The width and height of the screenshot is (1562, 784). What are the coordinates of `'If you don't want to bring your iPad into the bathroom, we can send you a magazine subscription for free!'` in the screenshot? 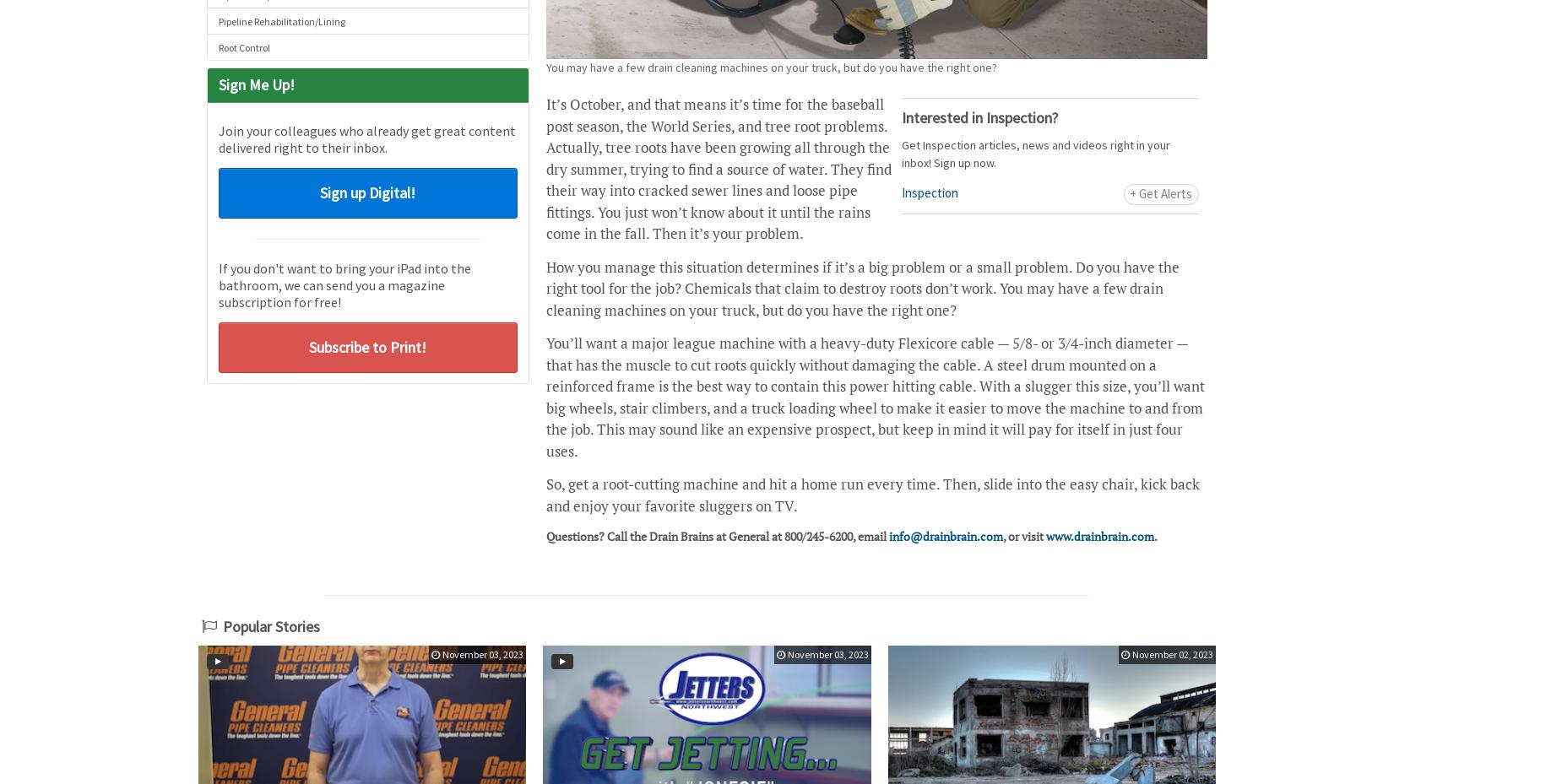 It's located at (217, 284).